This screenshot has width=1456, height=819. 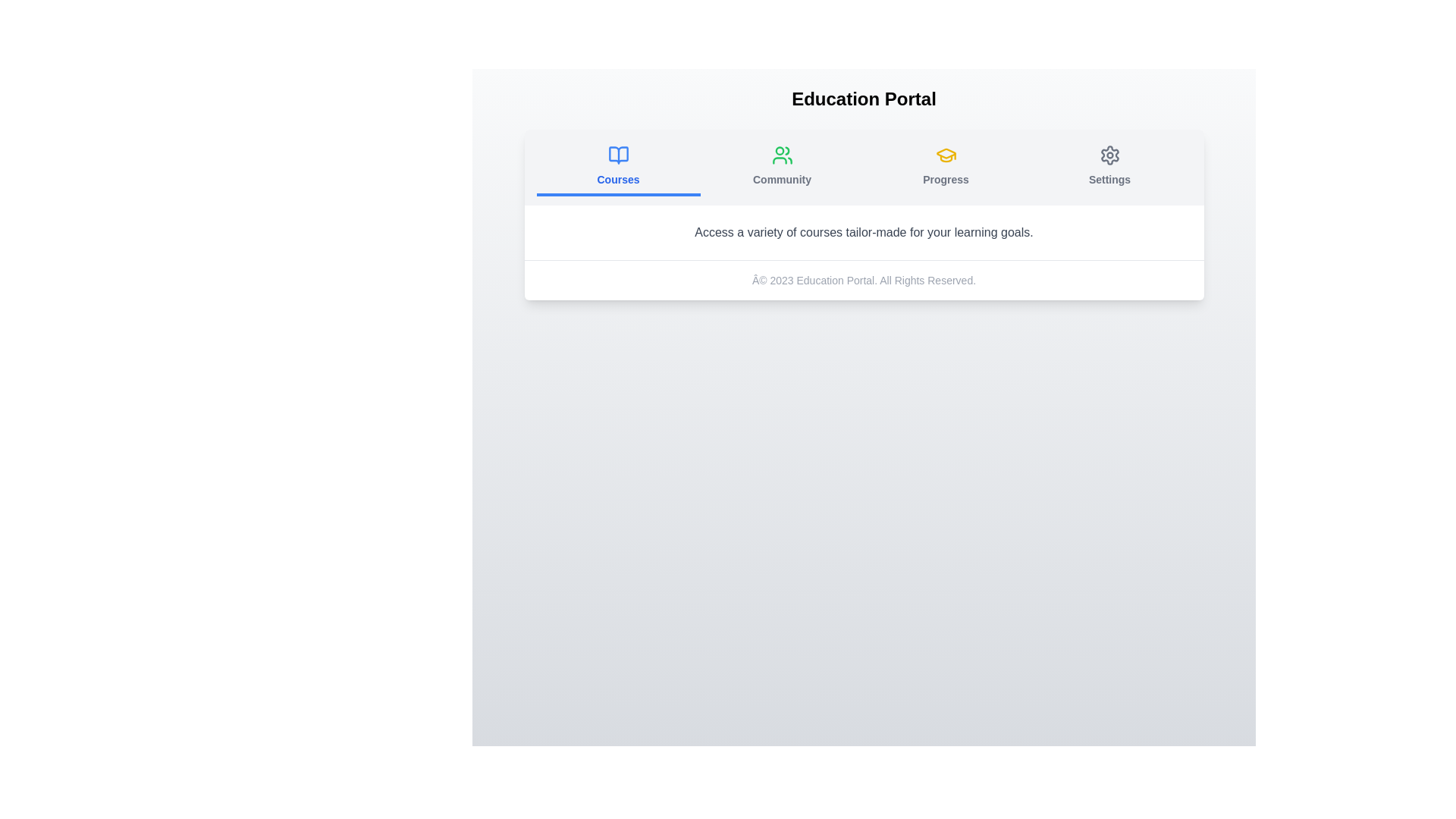 What do you see at coordinates (782, 167) in the screenshot?
I see `the 'Community' navigation button, which is the second option from the left on the navigation bar` at bounding box center [782, 167].